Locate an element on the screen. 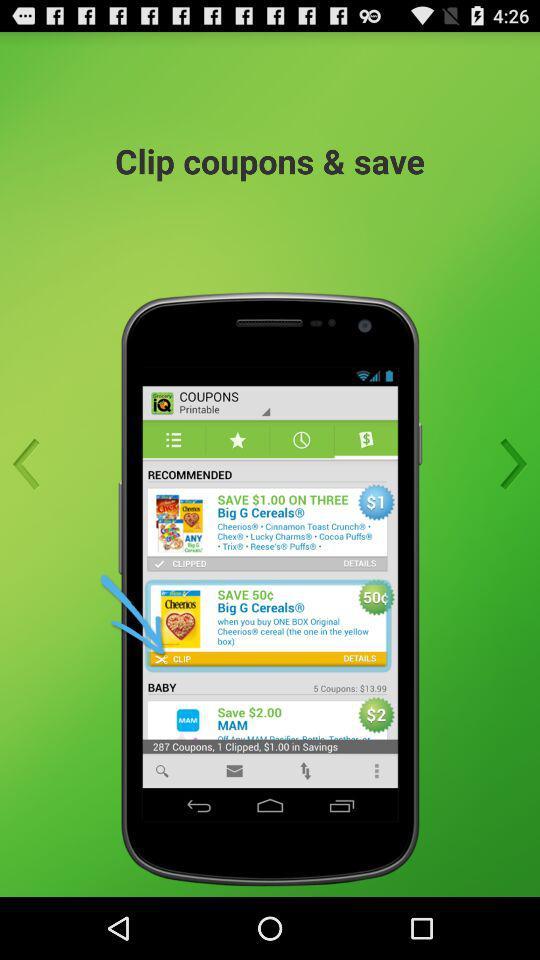 The height and width of the screenshot is (960, 540). go next is located at coordinates (507, 464).